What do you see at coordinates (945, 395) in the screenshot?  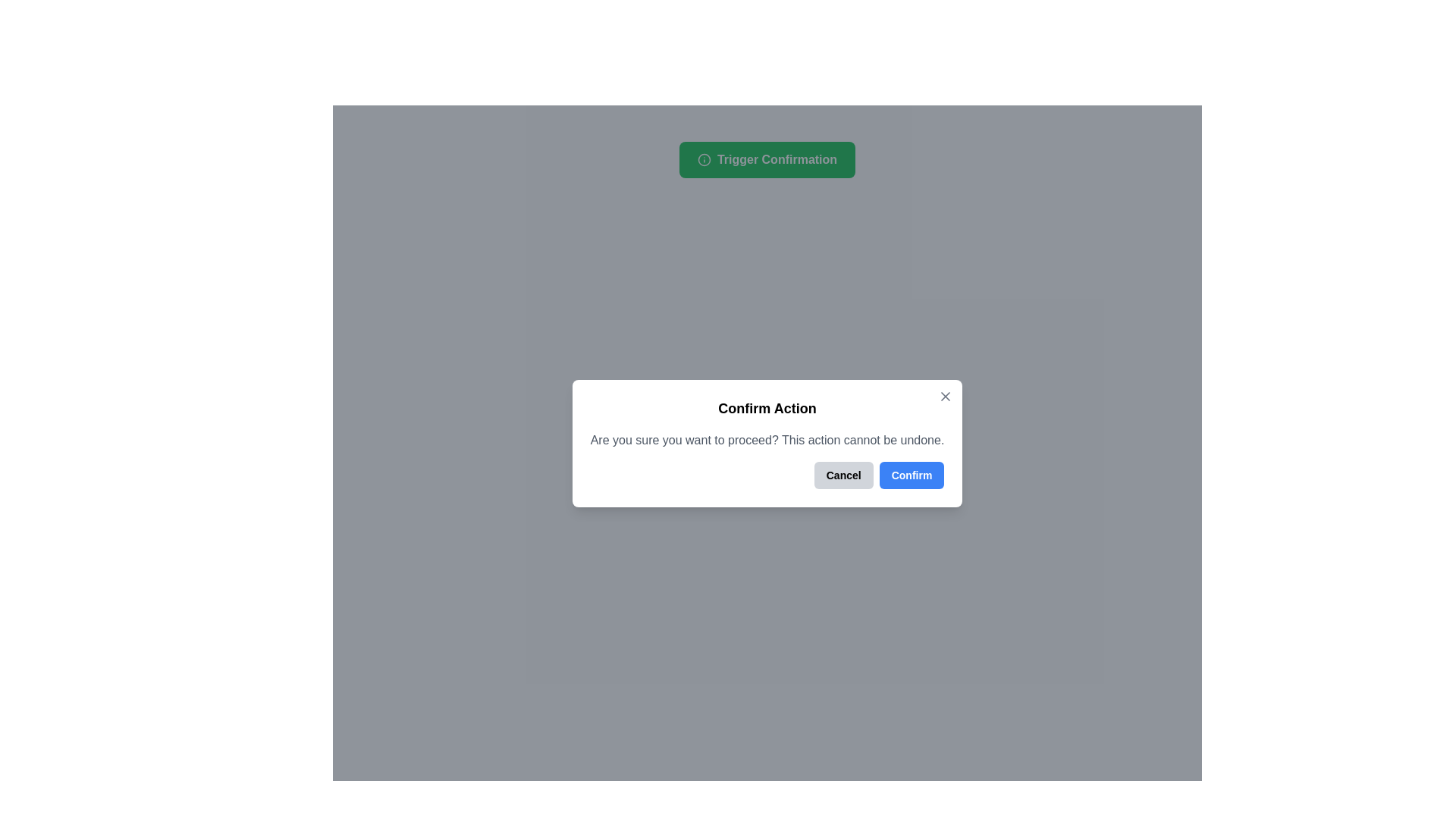 I see `the 'X' icon in the top-right corner of the modal dialog` at bounding box center [945, 395].